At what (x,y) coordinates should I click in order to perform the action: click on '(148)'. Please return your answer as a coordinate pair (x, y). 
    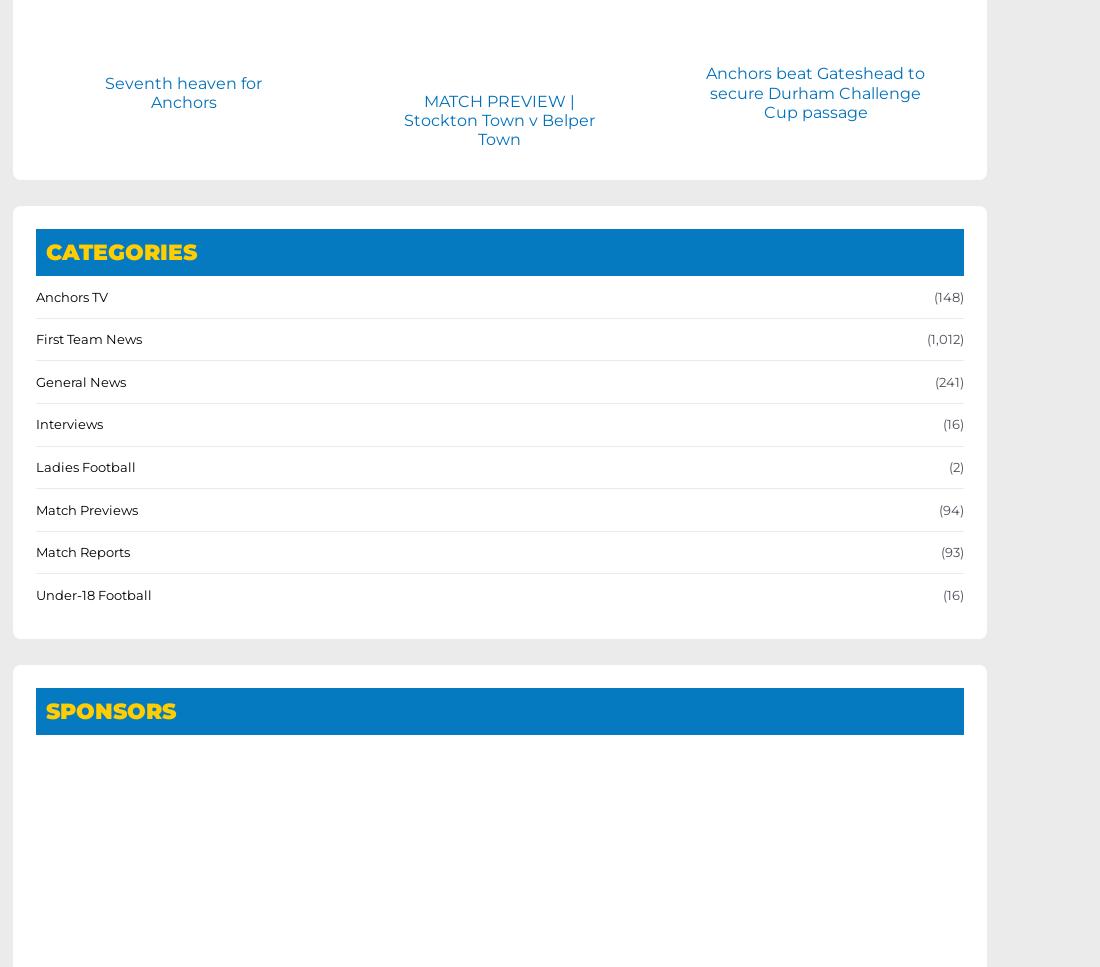
    Looking at the image, I should click on (934, 294).